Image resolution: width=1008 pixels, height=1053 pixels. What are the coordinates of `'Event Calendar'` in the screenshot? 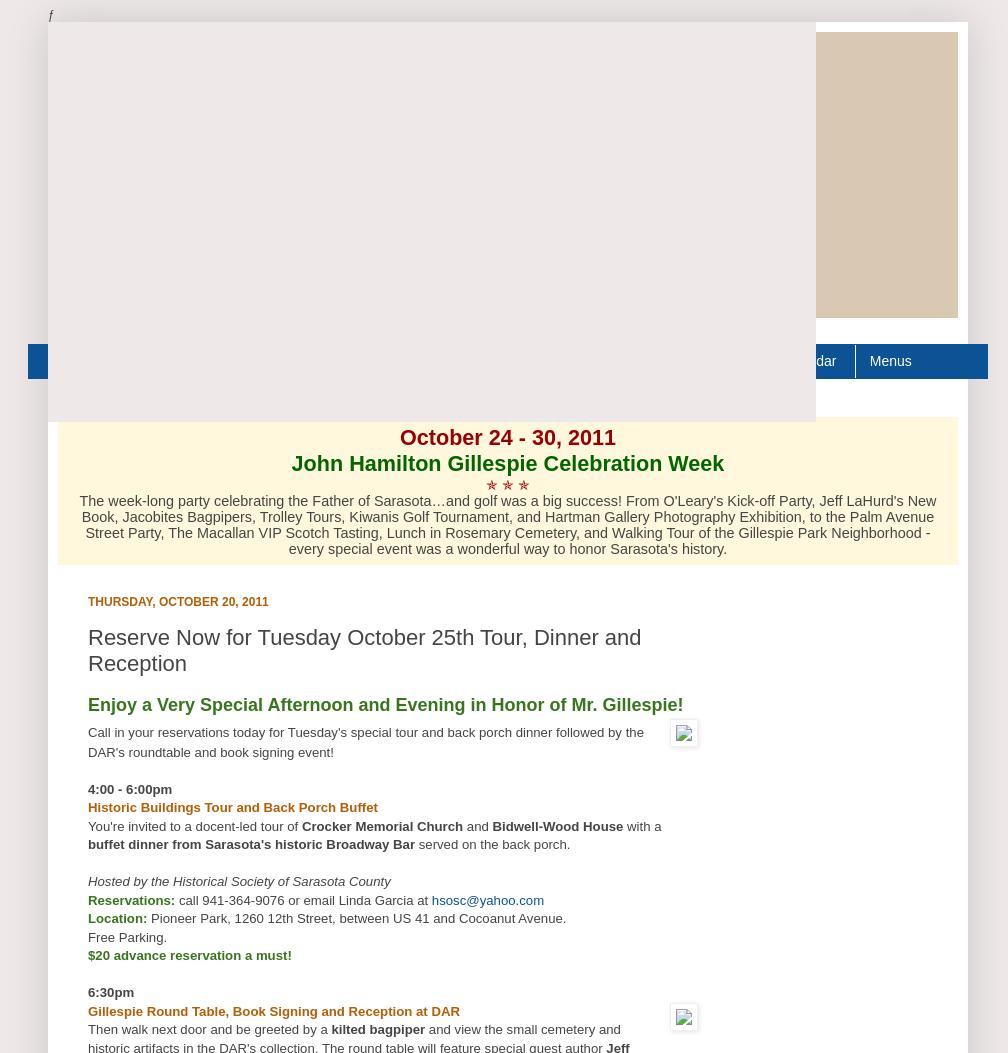 It's located at (787, 359).